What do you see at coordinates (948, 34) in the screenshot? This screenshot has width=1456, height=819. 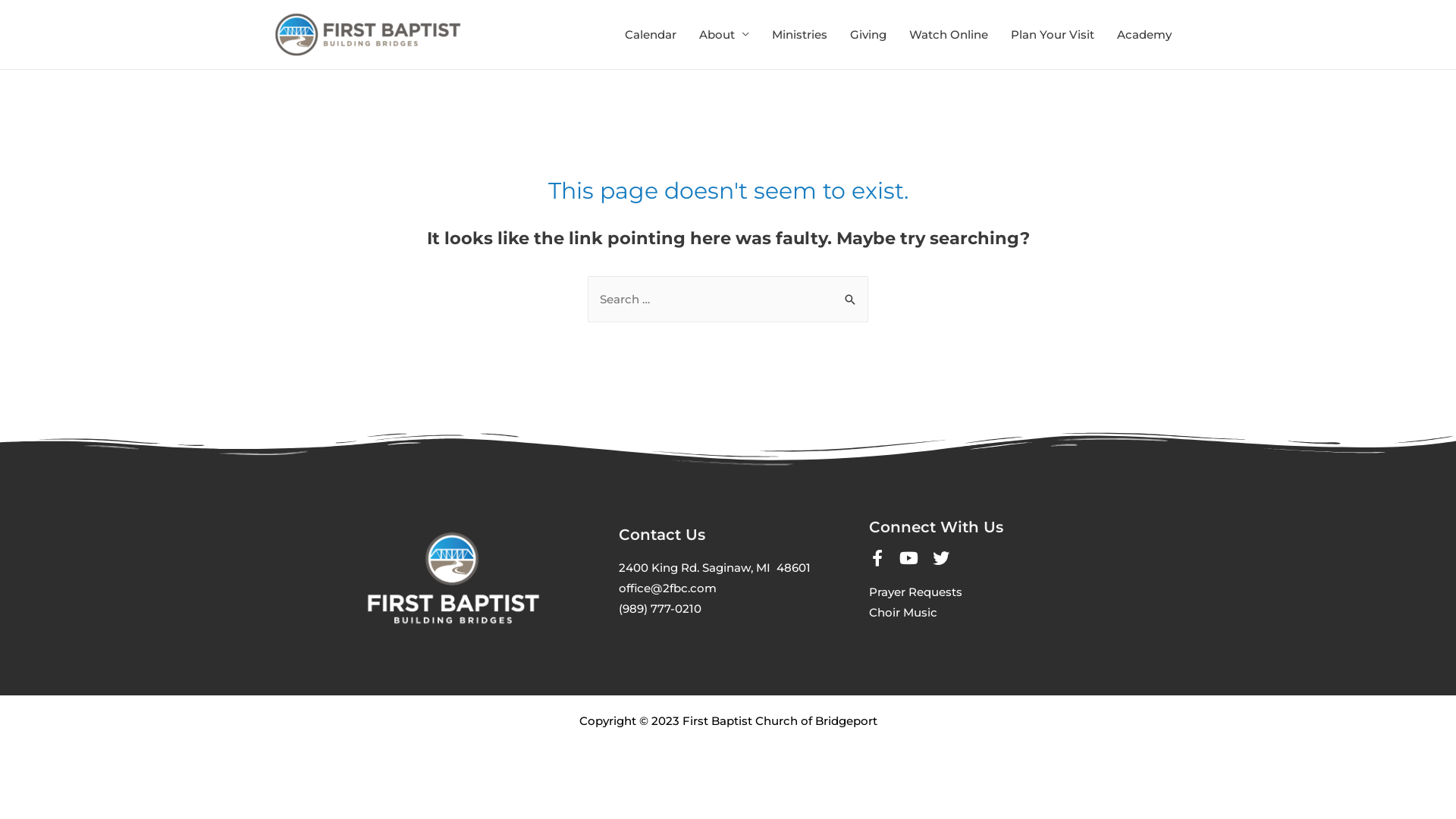 I see `'Watch Online'` at bounding box center [948, 34].